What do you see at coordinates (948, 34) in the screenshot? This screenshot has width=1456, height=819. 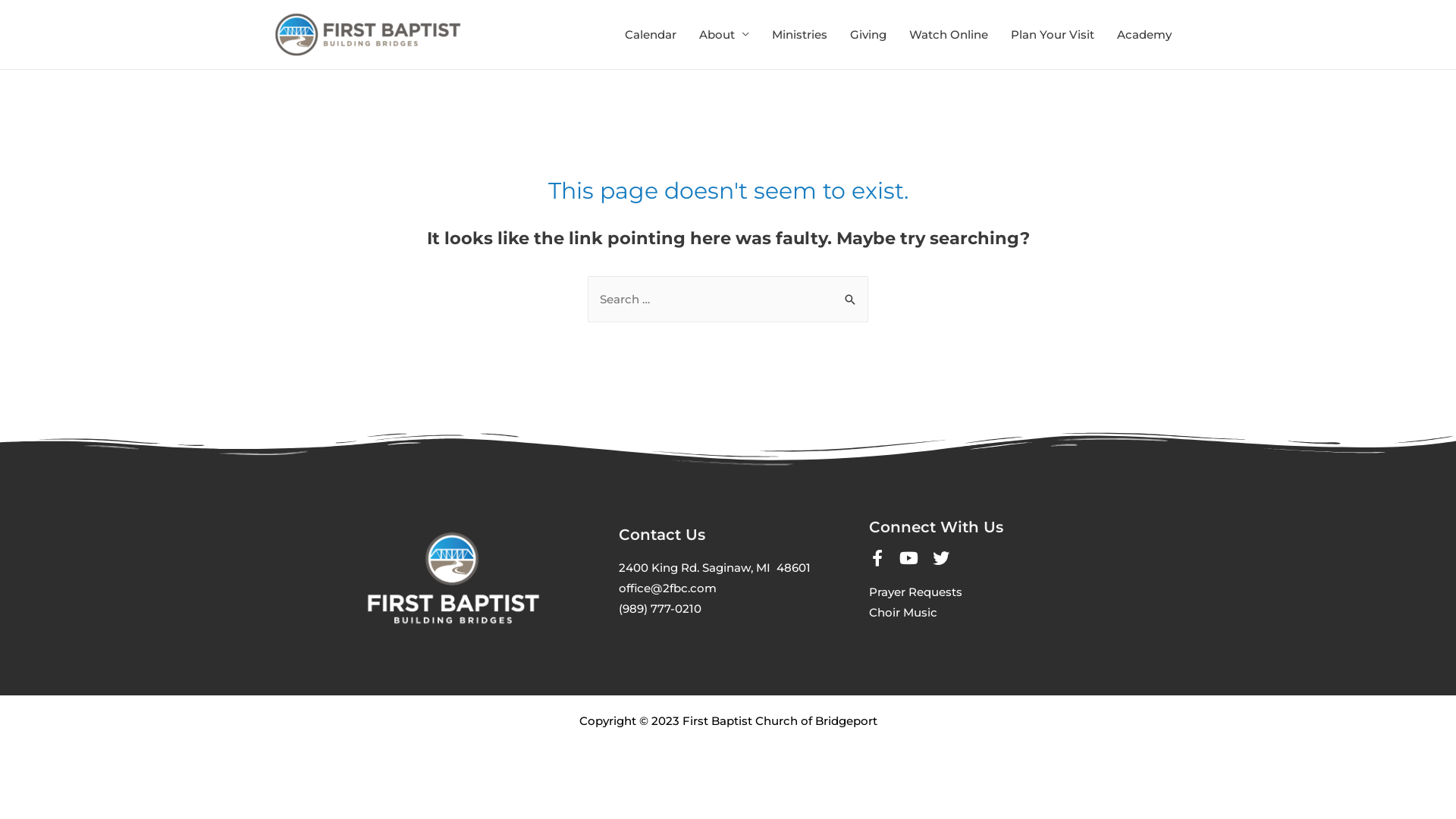 I see `'Watch Online'` at bounding box center [948, 34].